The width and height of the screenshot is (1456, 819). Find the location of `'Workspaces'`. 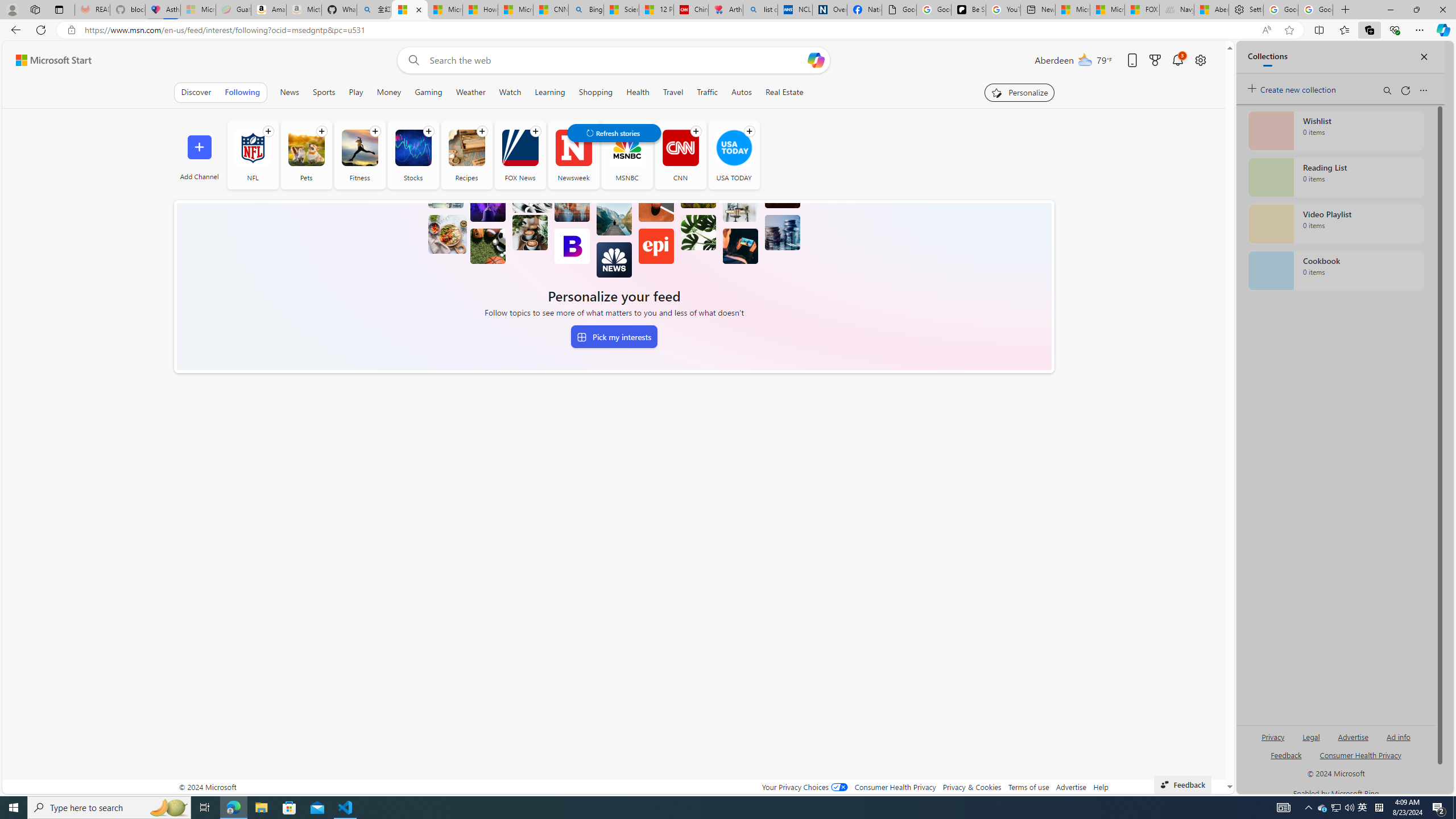

'Workspaces' is located at coordinates (35, 9).